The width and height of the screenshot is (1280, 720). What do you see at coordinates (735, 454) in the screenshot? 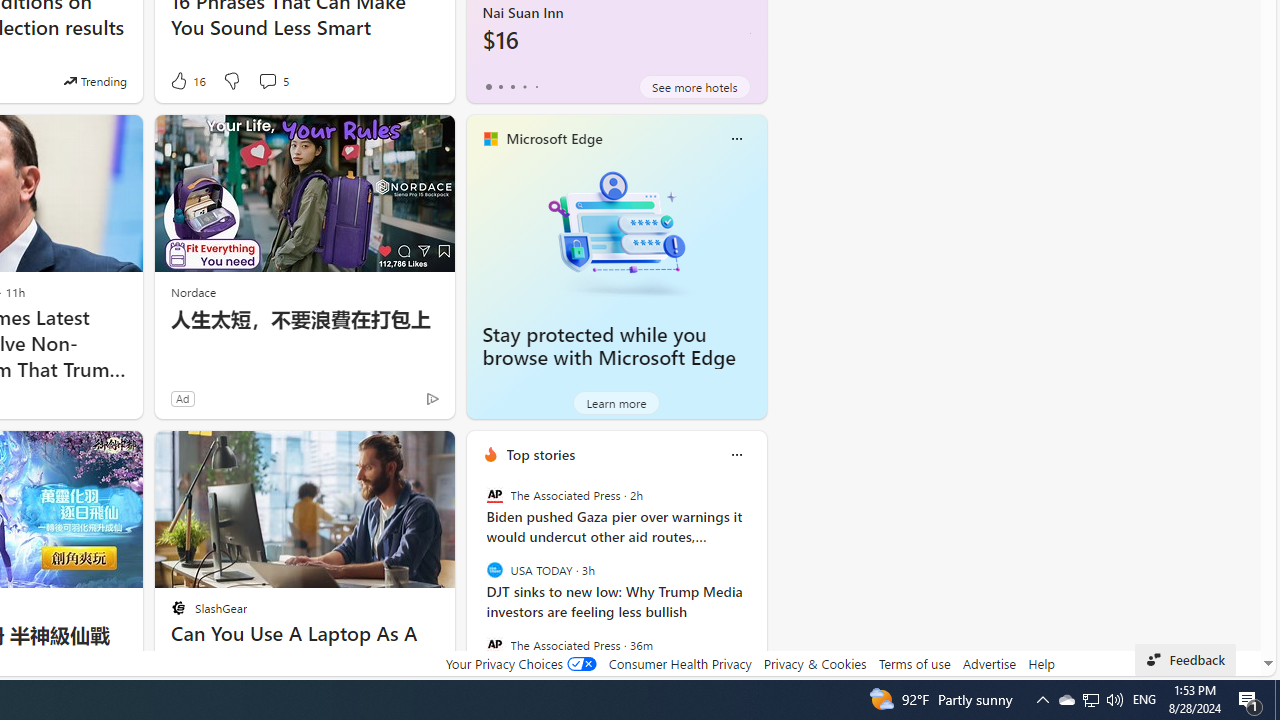
I see `'More options'` at bounding box center [735, 454].